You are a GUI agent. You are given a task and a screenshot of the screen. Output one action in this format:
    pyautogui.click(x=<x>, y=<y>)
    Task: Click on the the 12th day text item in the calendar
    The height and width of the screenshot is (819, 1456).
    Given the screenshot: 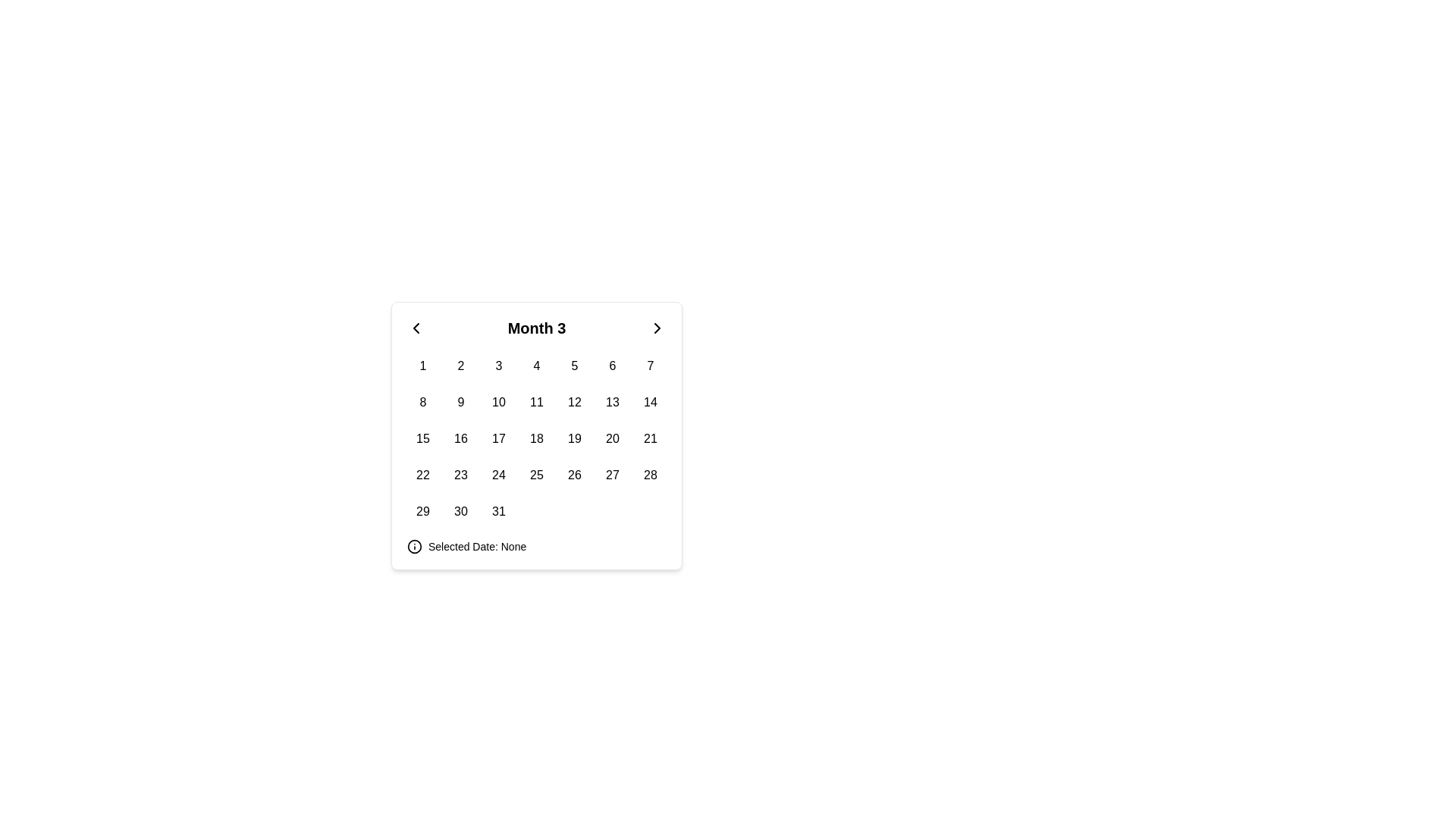 What is the action you would take?
    pyautogui.click(x=574, y=402)
    